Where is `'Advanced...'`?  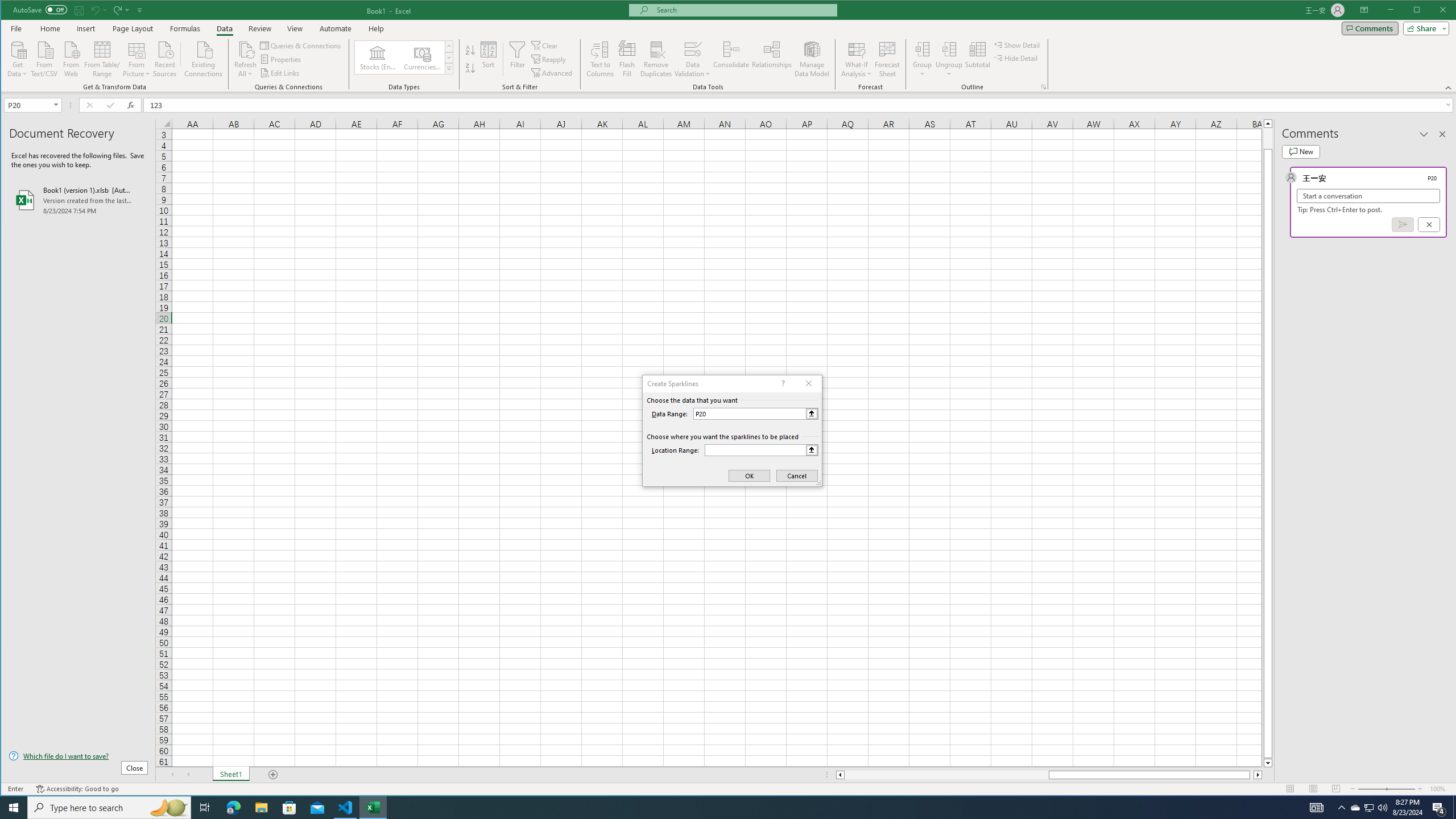
'Advanced...' is located at coordinates (552, 72).